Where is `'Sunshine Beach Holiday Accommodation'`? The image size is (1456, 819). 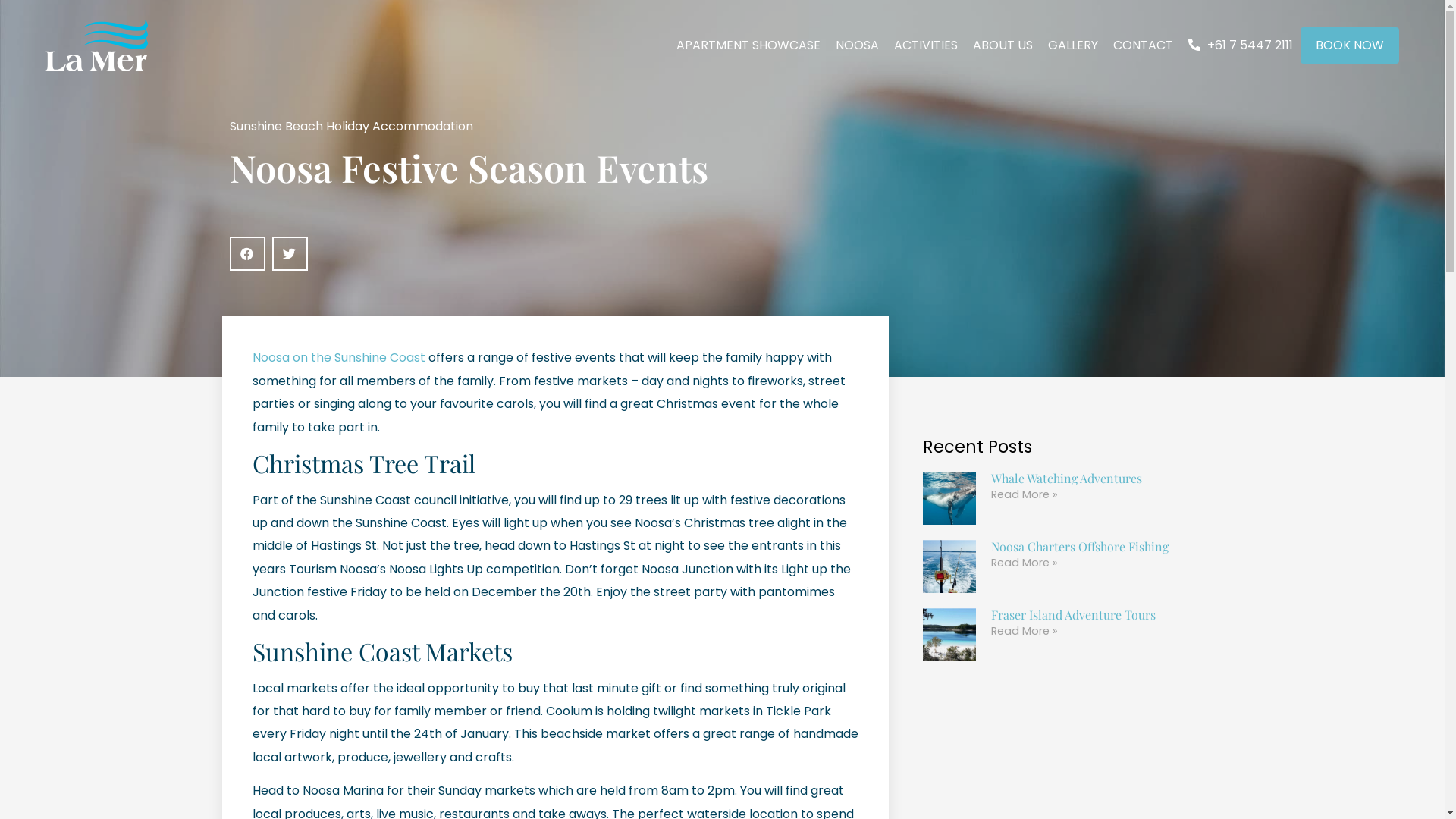
'Sunshine Beach Holiday Accommodation' is located at coordinates (350, 125).